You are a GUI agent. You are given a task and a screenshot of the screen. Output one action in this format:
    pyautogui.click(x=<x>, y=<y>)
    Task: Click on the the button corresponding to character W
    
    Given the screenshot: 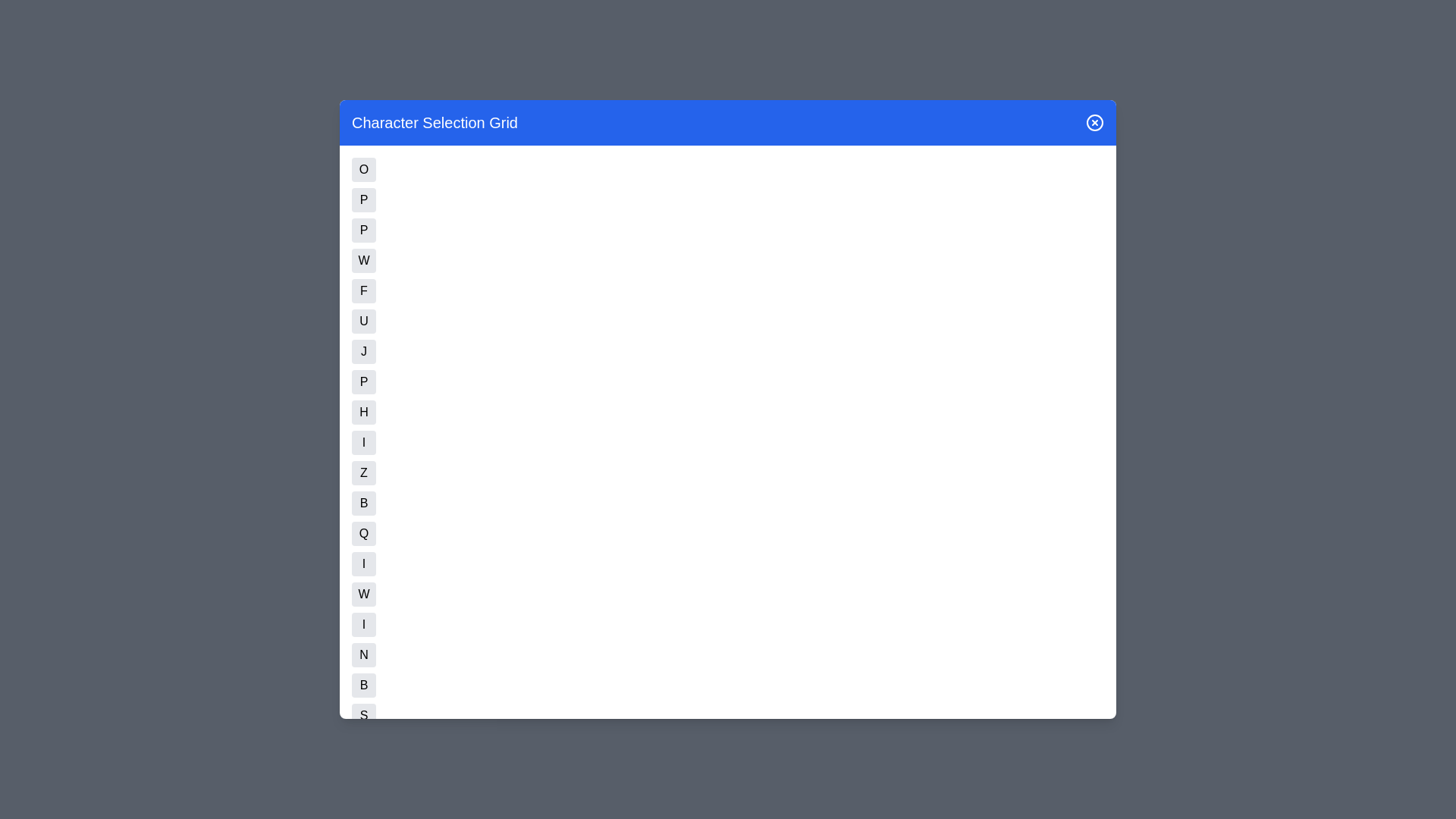 What is the action you would take?
    pyautogui.click(x=364, y=593)
    